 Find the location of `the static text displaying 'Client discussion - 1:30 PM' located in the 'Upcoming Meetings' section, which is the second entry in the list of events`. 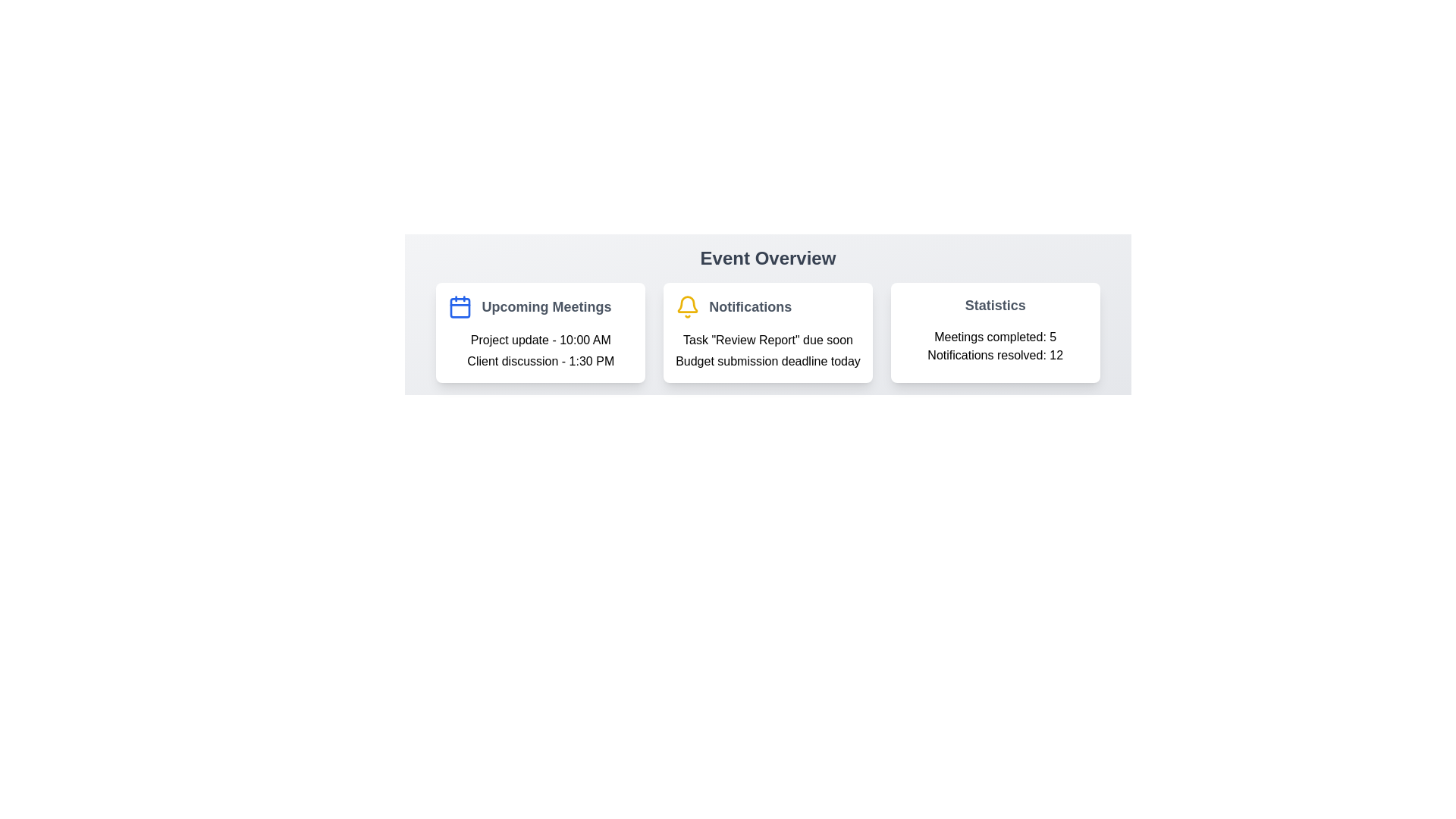

the static text displaying 'Client discussion - 1:30 PM' located in the 'Upcoming Meetings' section, which is the second entry in the list of events is located at coordinates (541, 362).